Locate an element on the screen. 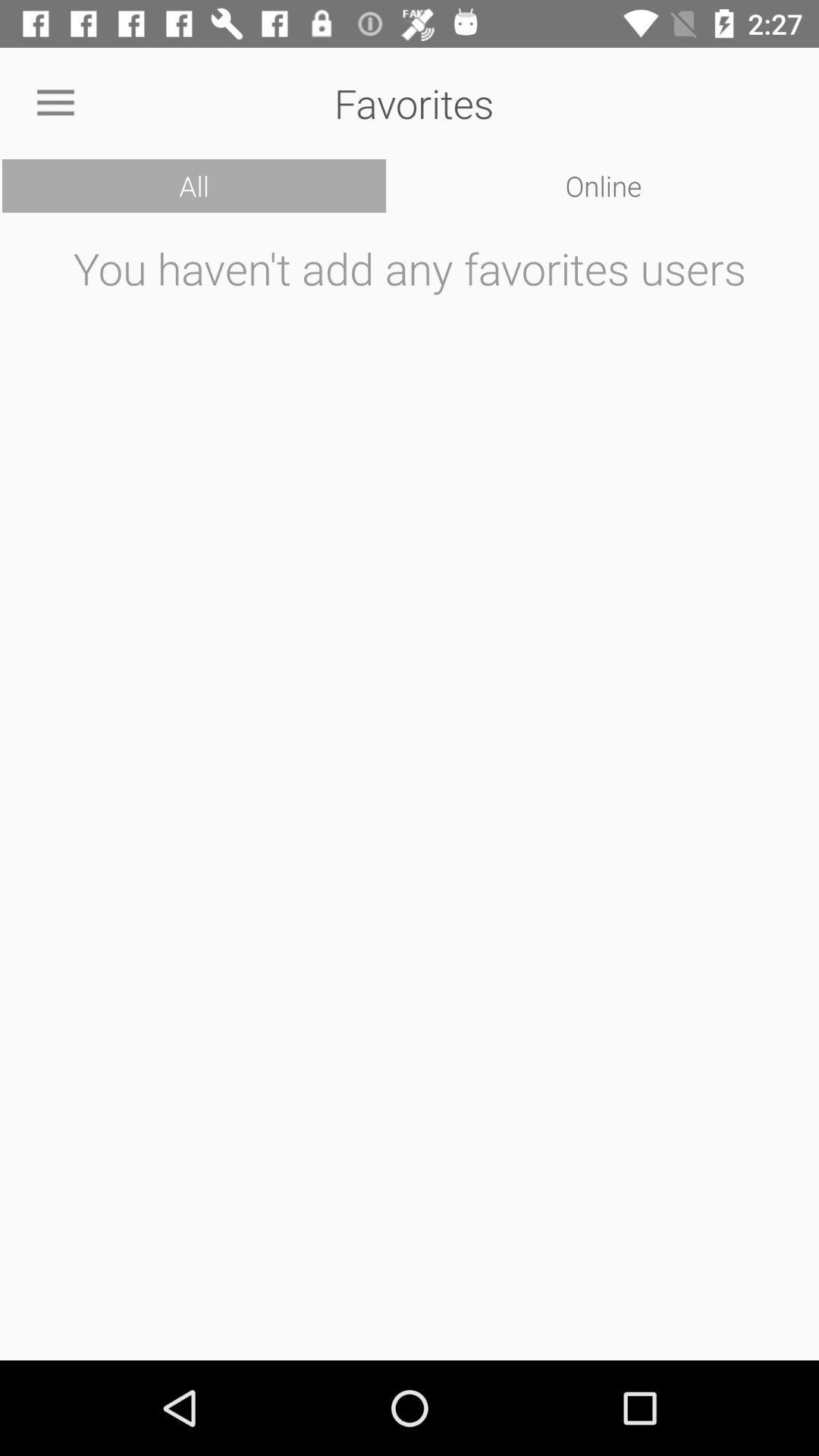 Image resolution: width=819 pixels, height=1456 pixels. the icon next to the all icon is located at coordinates (603, 185).